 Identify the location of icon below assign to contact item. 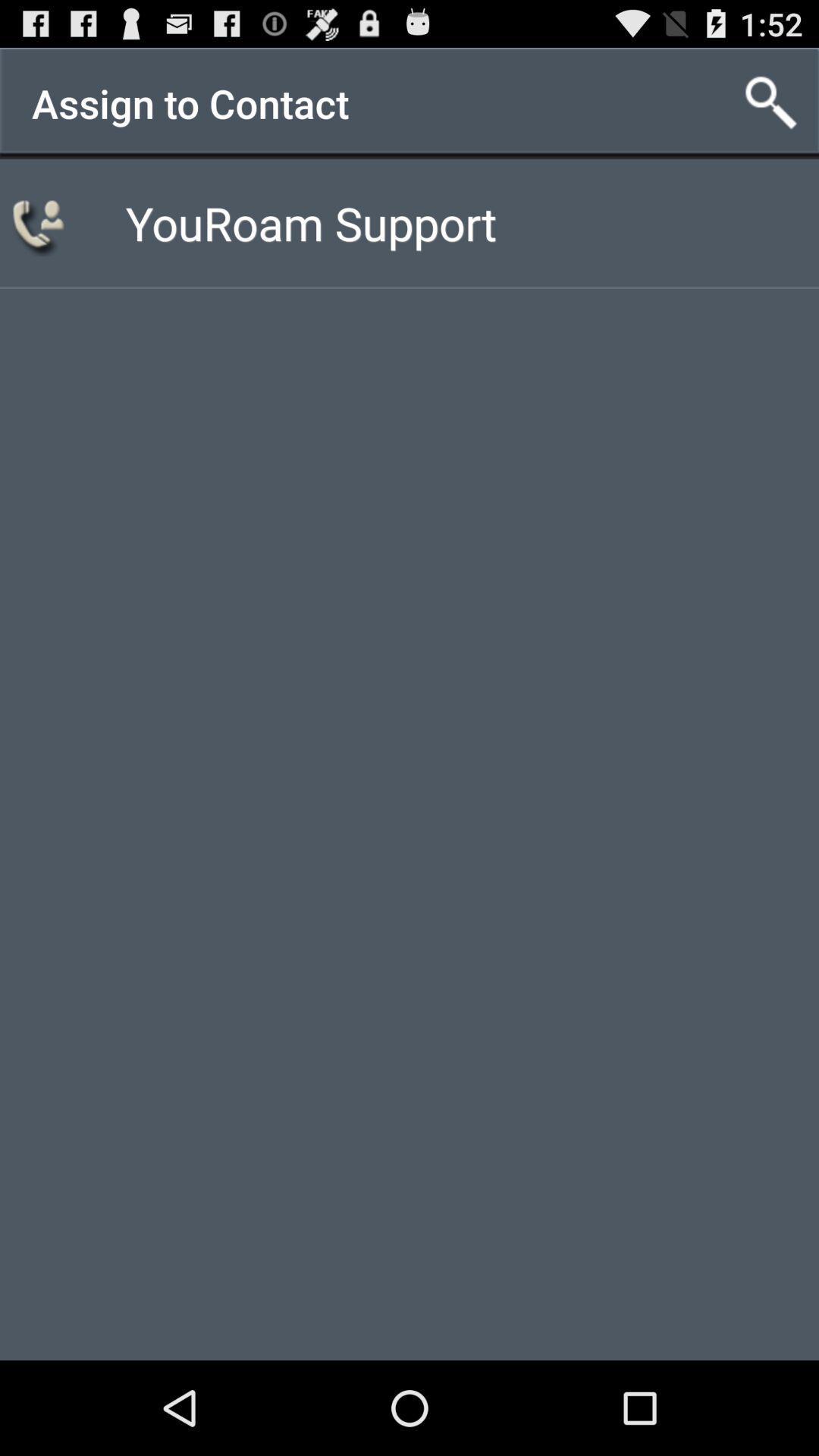
(310, 221).